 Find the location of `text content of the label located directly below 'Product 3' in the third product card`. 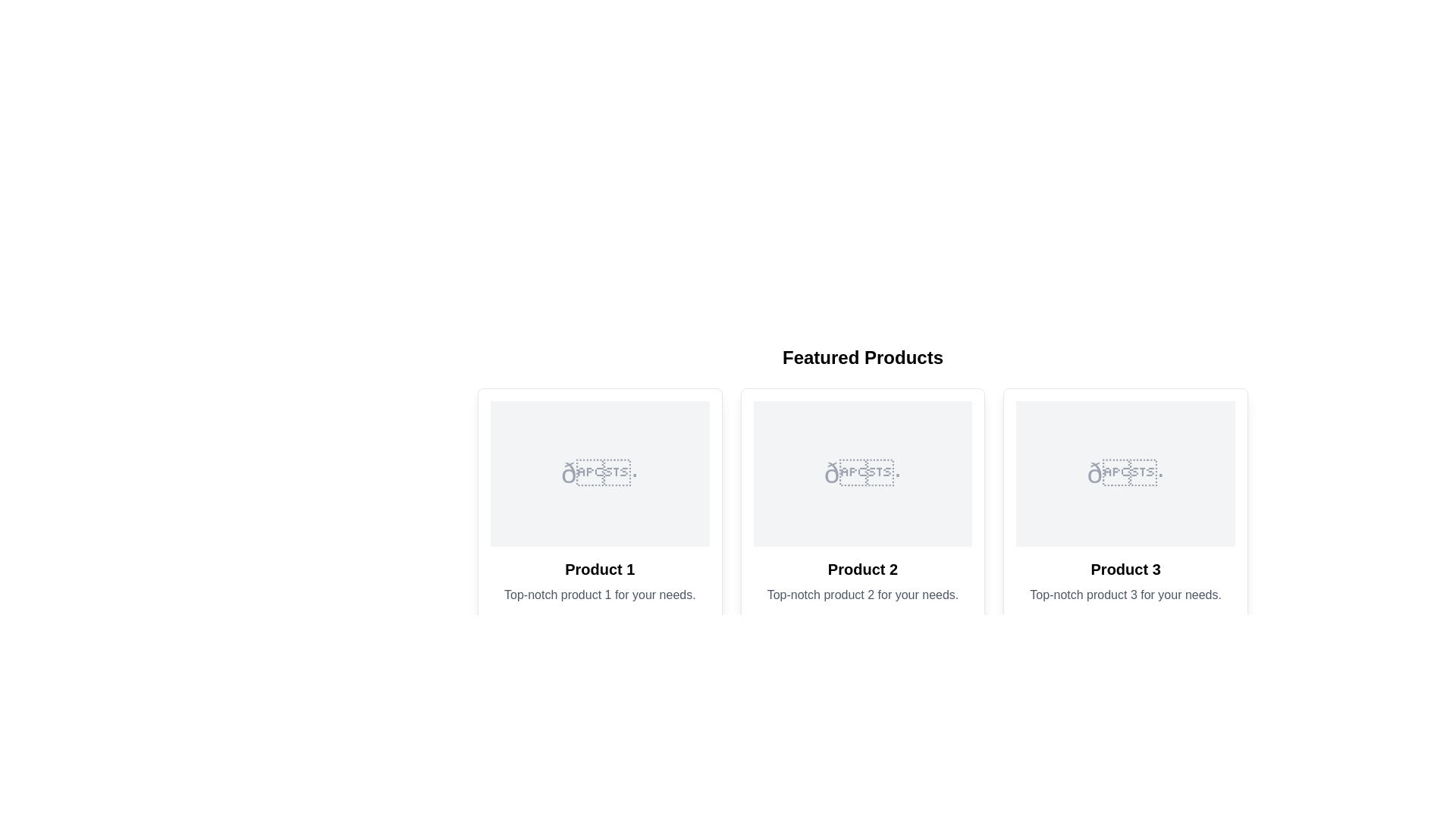

text content of the label located directly below 'Product 3' in the third product card is located at coordinates (1125, 595).